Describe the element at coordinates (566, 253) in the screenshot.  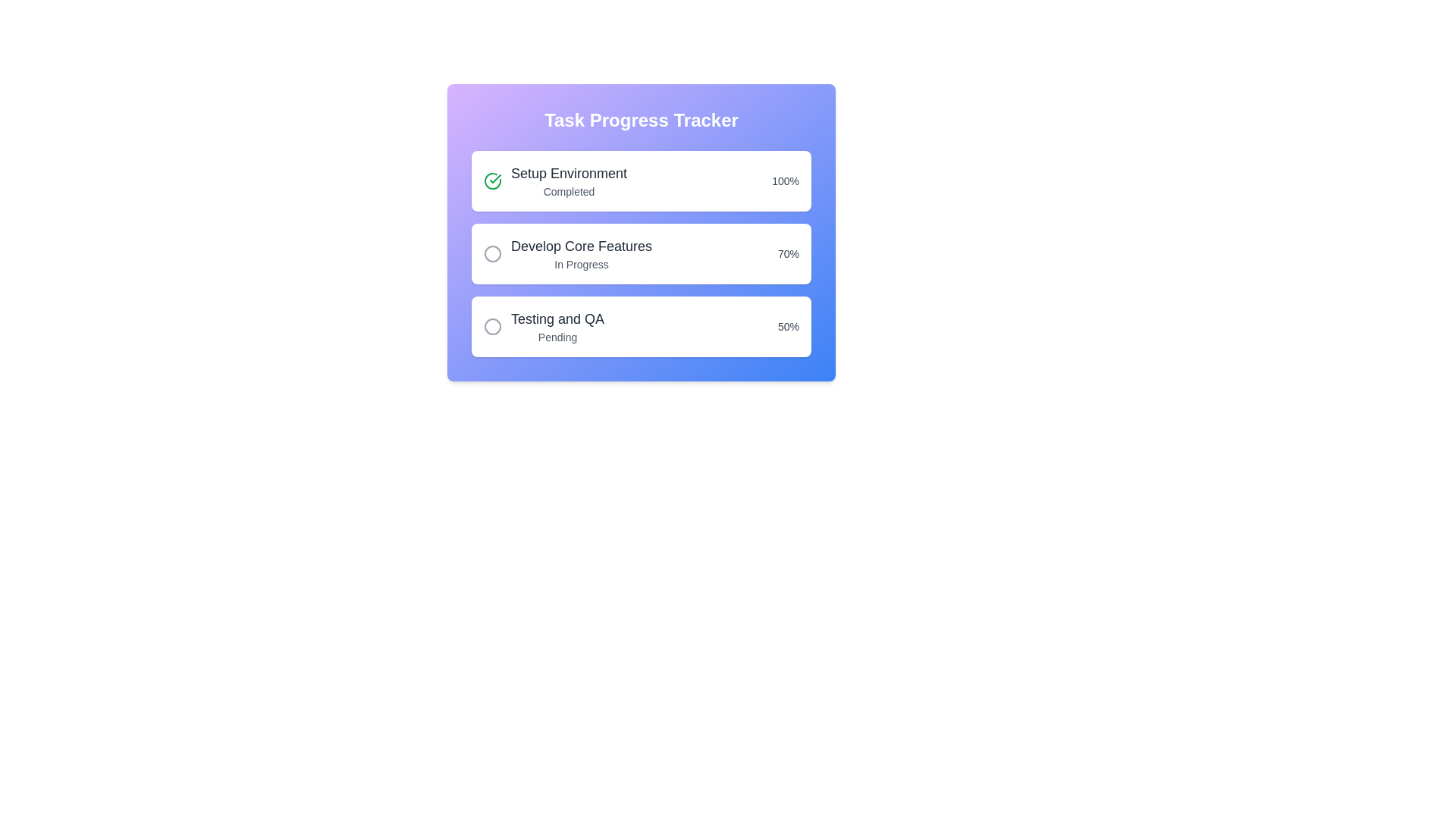
I see `the progress tracker item labeled 'Develop Core Features' which shows 'In Progress' beneath it, located in the second position of the vertically arranged progress tracker` at that location.